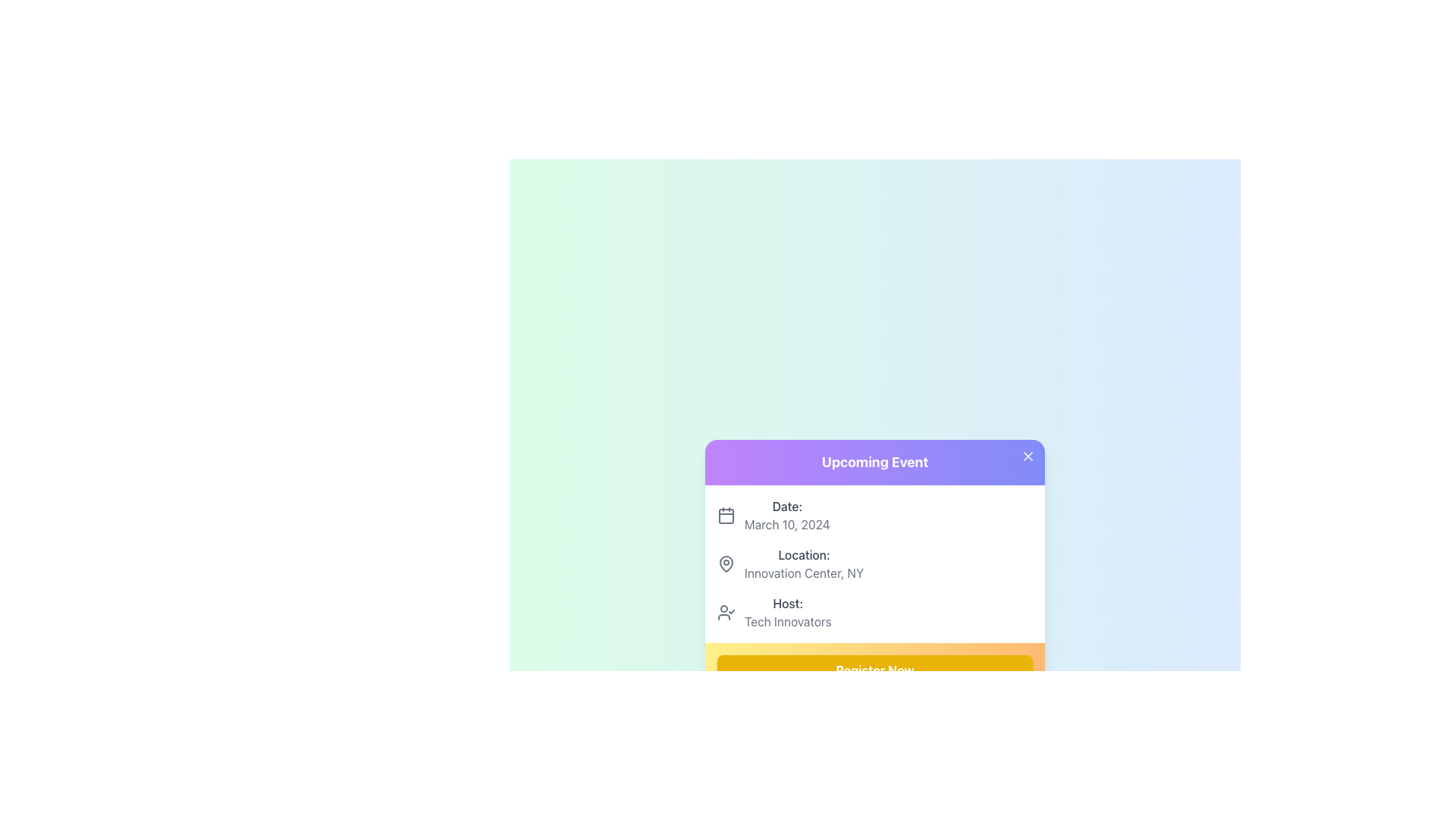  Describe the element at coordinates (1028, 455) in the screenshot. I see `the circular close button with an 'X' icon located in the top-right corner of the 'Upcoming Event' card` at that location.